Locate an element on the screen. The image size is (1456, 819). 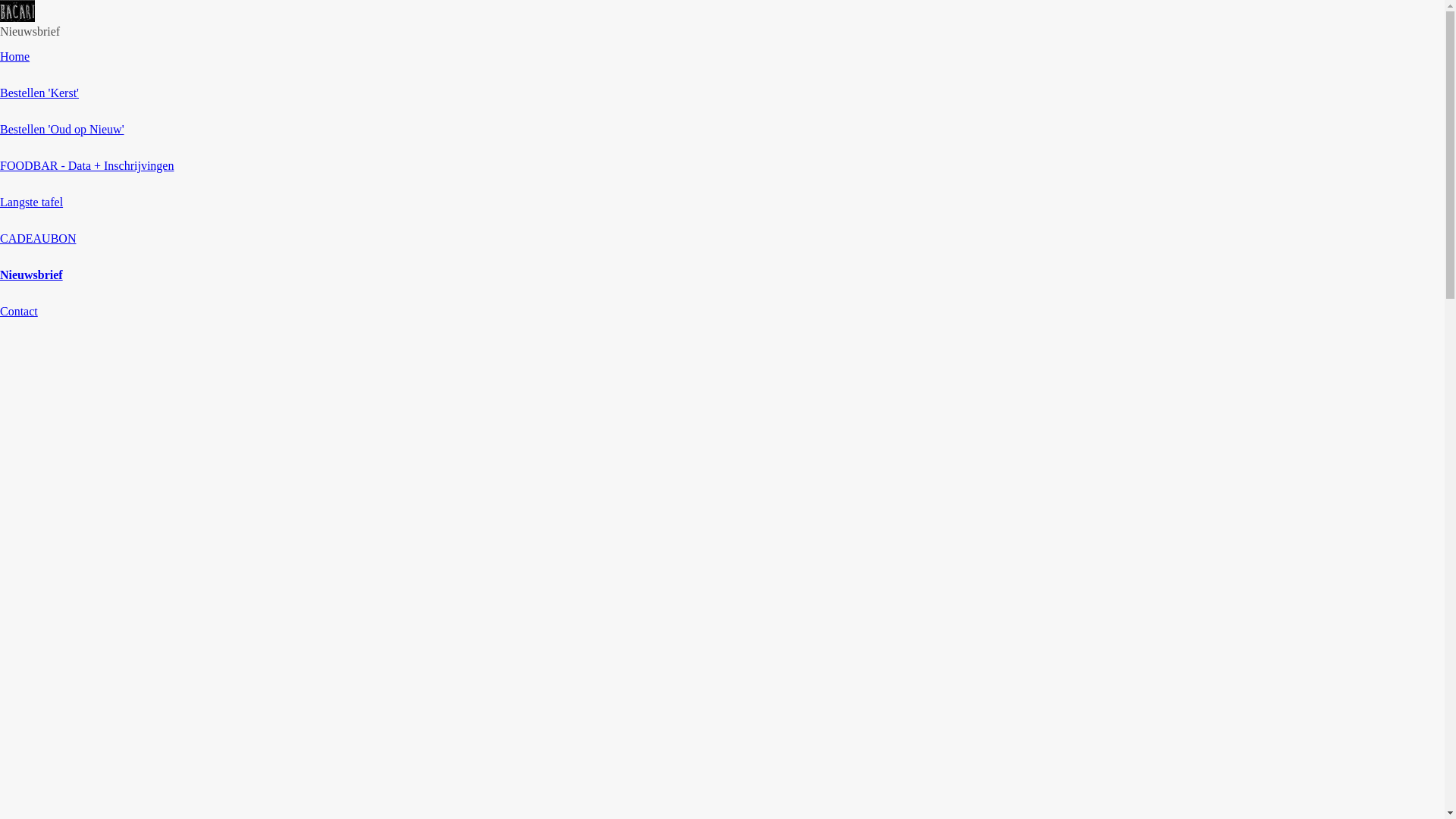
'Nieuwsbrief' is located at coordinates (31, 275).